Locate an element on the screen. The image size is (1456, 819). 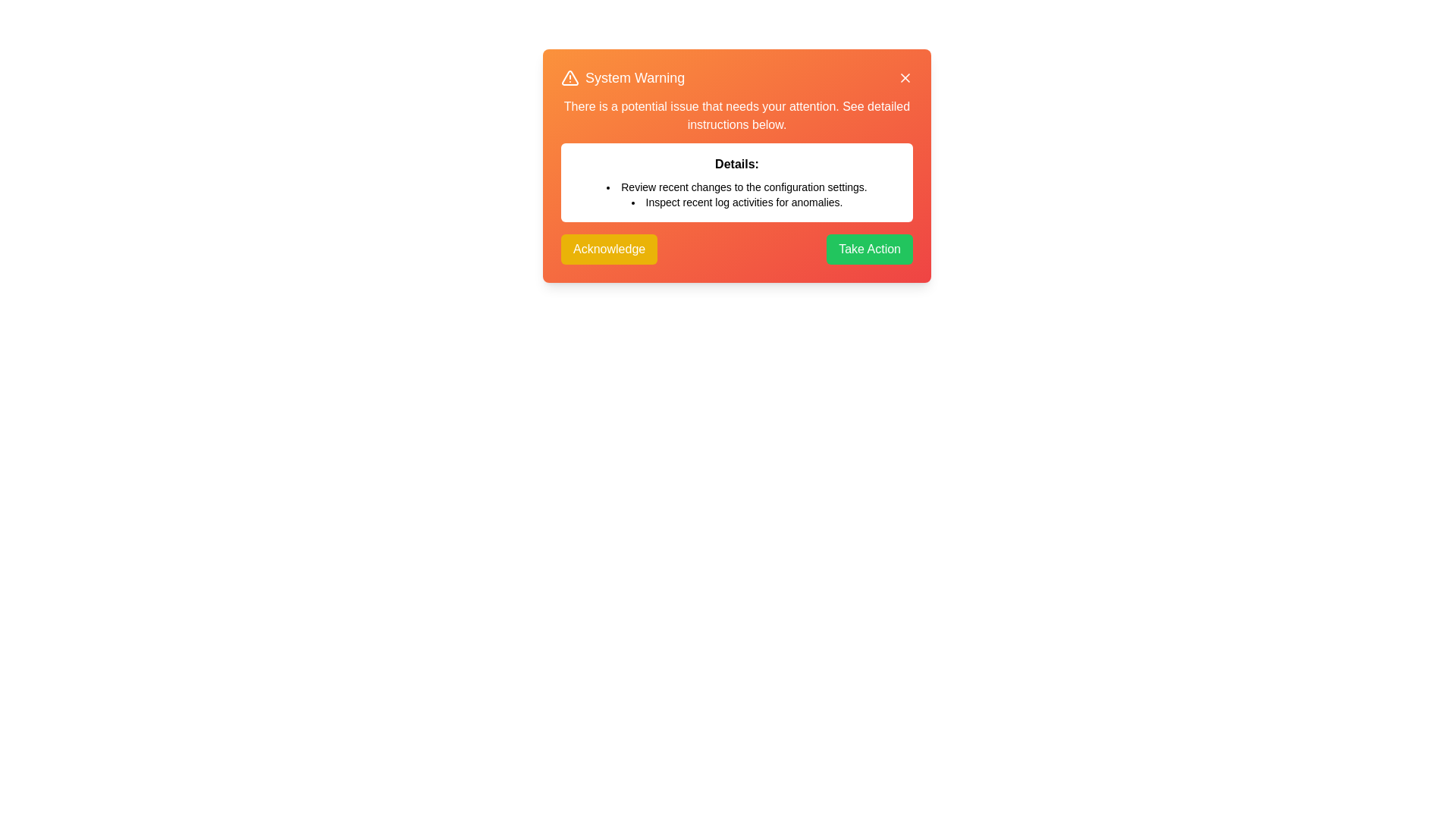
the Text section that provides detailed instructions below the warning message and above the 'Acknowledge' and 'Take Action' buttons in the 'System Warning' box is located at coordinates (736, 160).